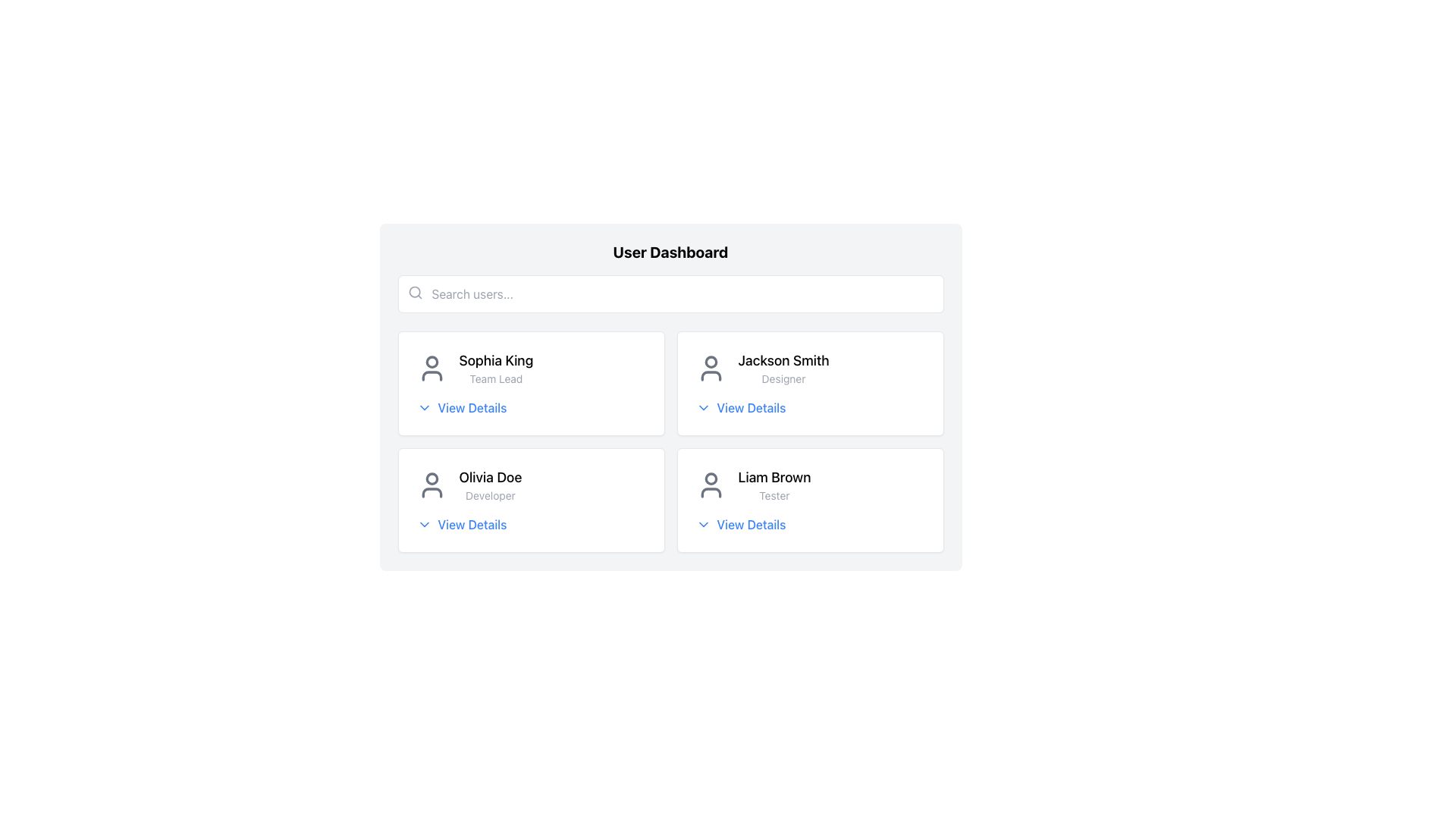 This screenshot has width=1456, height=819. Describe the element at coordinates (491, 476) in the screenshot. I see `the user profile name text label located in the bottom-left quadrant of the user dashboard grid, which identifies the user profile in the dashboard` at that location.